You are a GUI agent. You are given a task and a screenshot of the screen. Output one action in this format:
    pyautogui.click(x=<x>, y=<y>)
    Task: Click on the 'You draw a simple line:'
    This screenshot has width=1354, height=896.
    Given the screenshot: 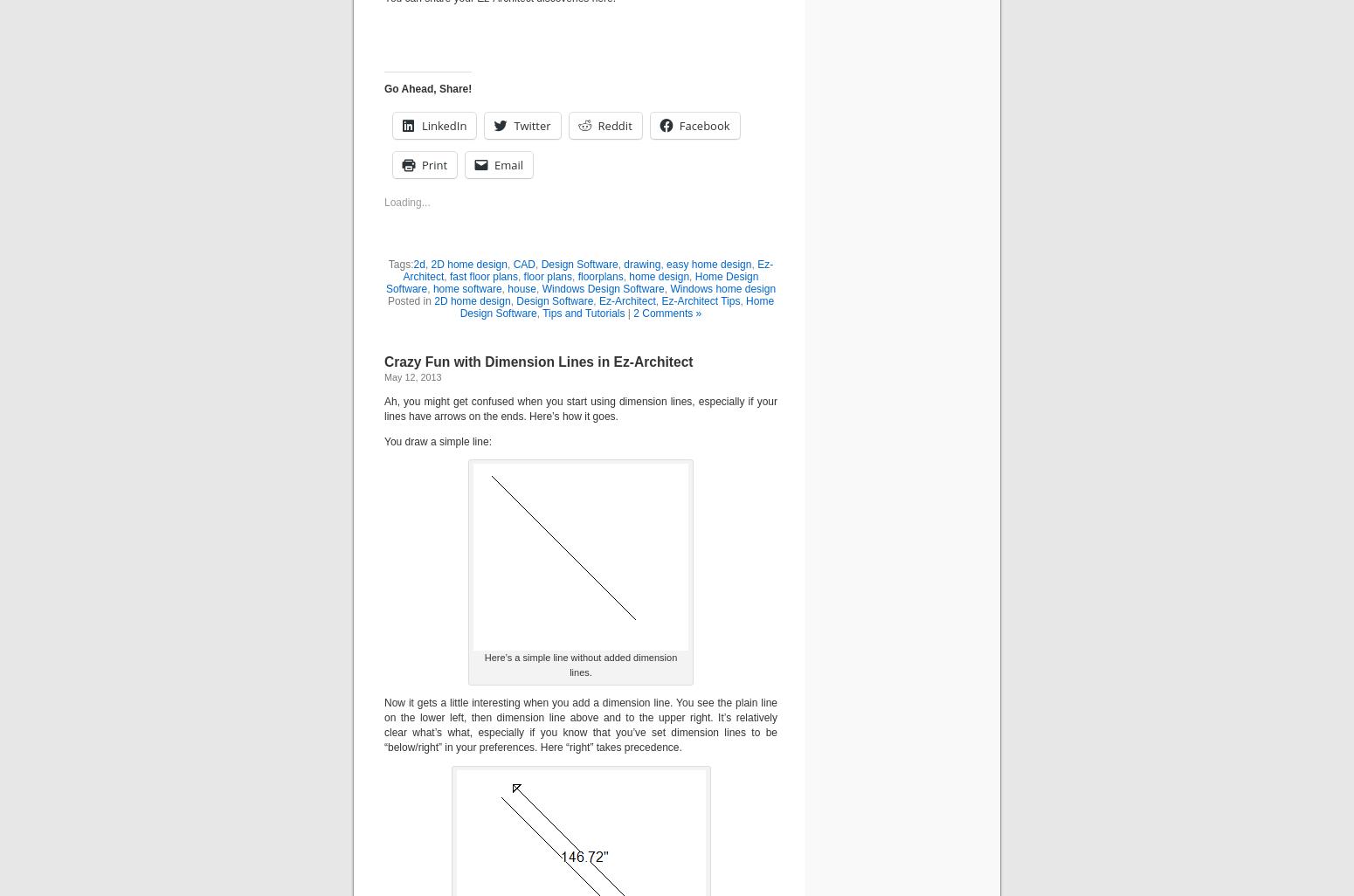 What is the action you would take?
    pyautogui.click(x=436, y=439)
    